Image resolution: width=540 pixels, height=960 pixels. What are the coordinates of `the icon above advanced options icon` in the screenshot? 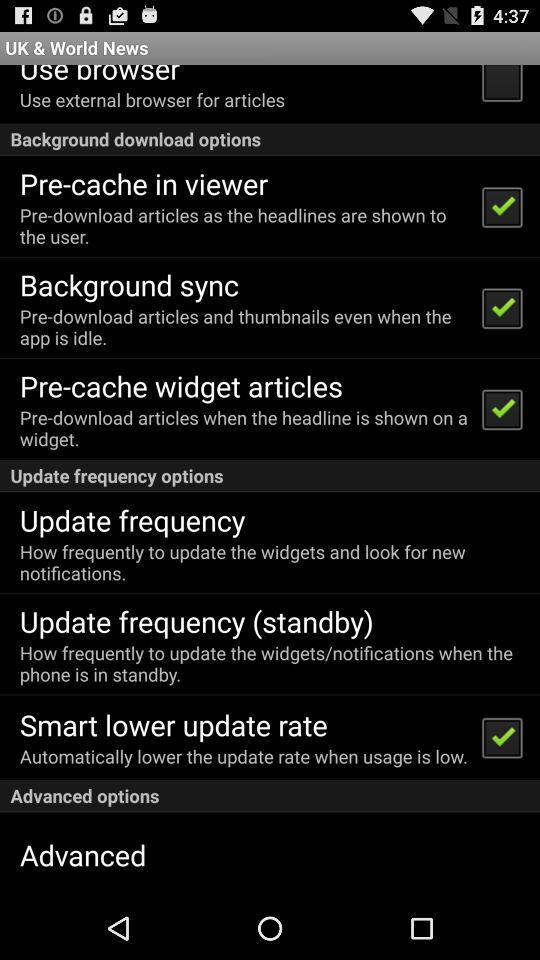 It's located at (243, 755).